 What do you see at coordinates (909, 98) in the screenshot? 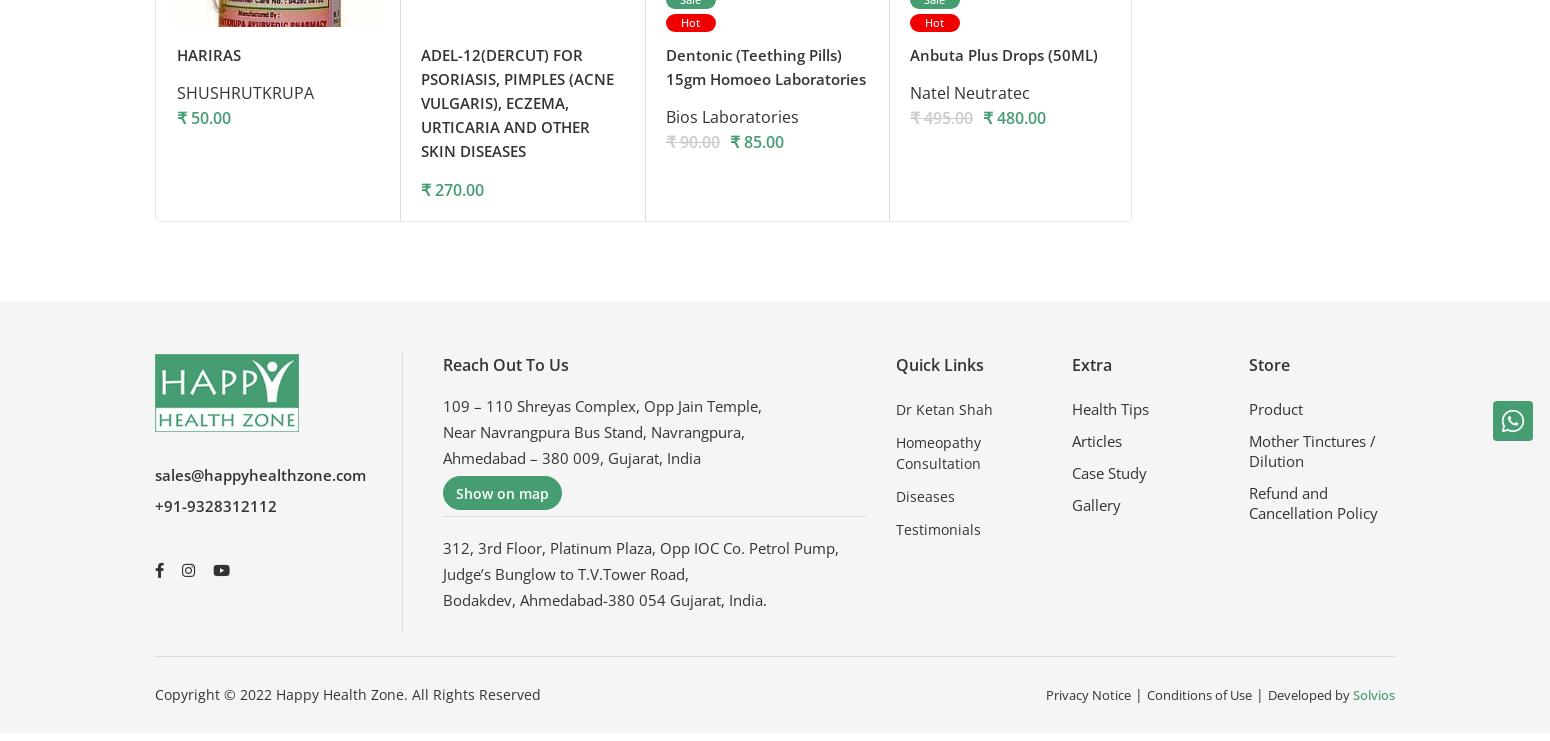
I see `'Natel Neutratec'` at bounding box center [909, 98].